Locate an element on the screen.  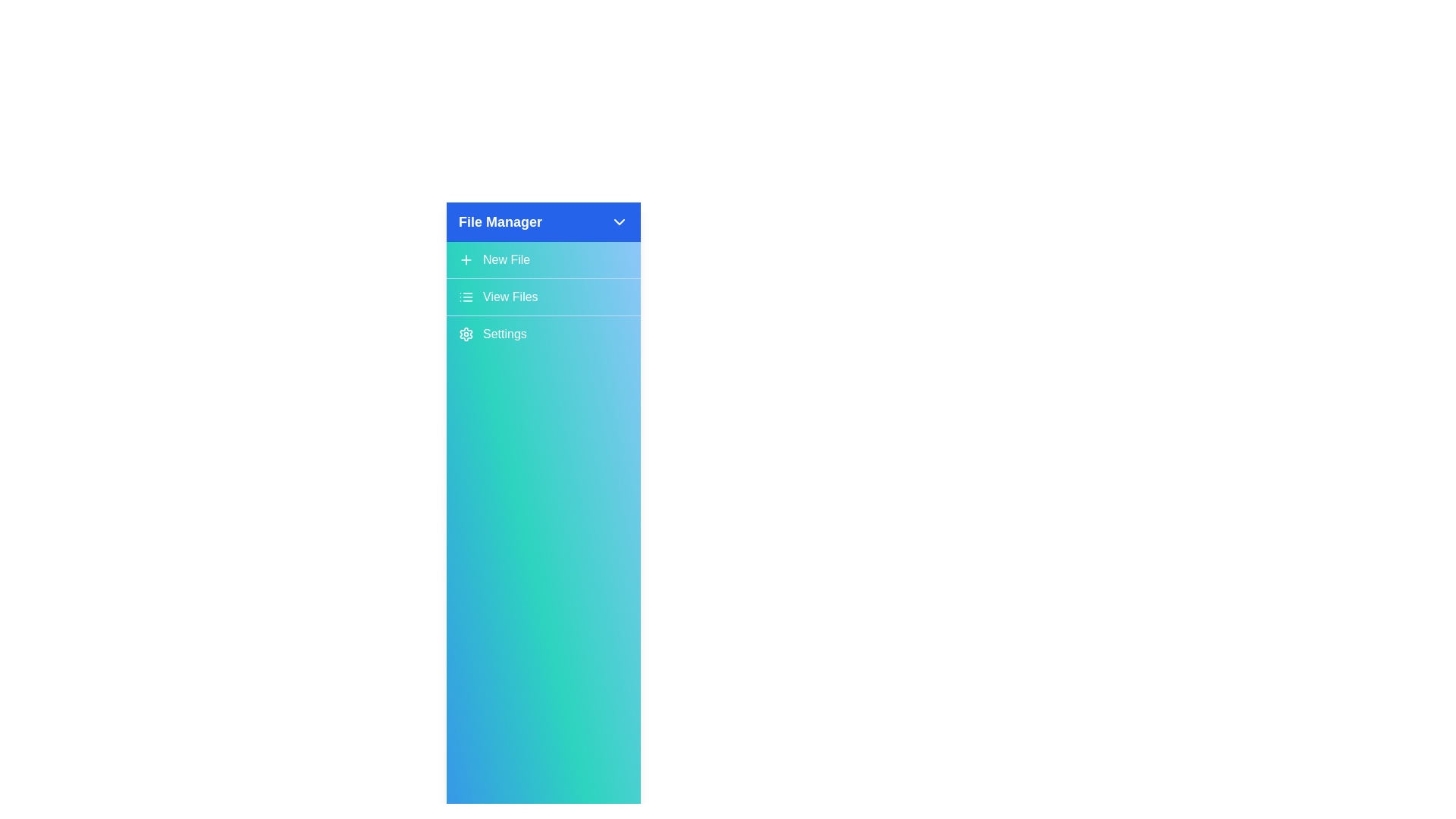
the 'Settings' button to open the settings menu is located at coordinates (543, 332).